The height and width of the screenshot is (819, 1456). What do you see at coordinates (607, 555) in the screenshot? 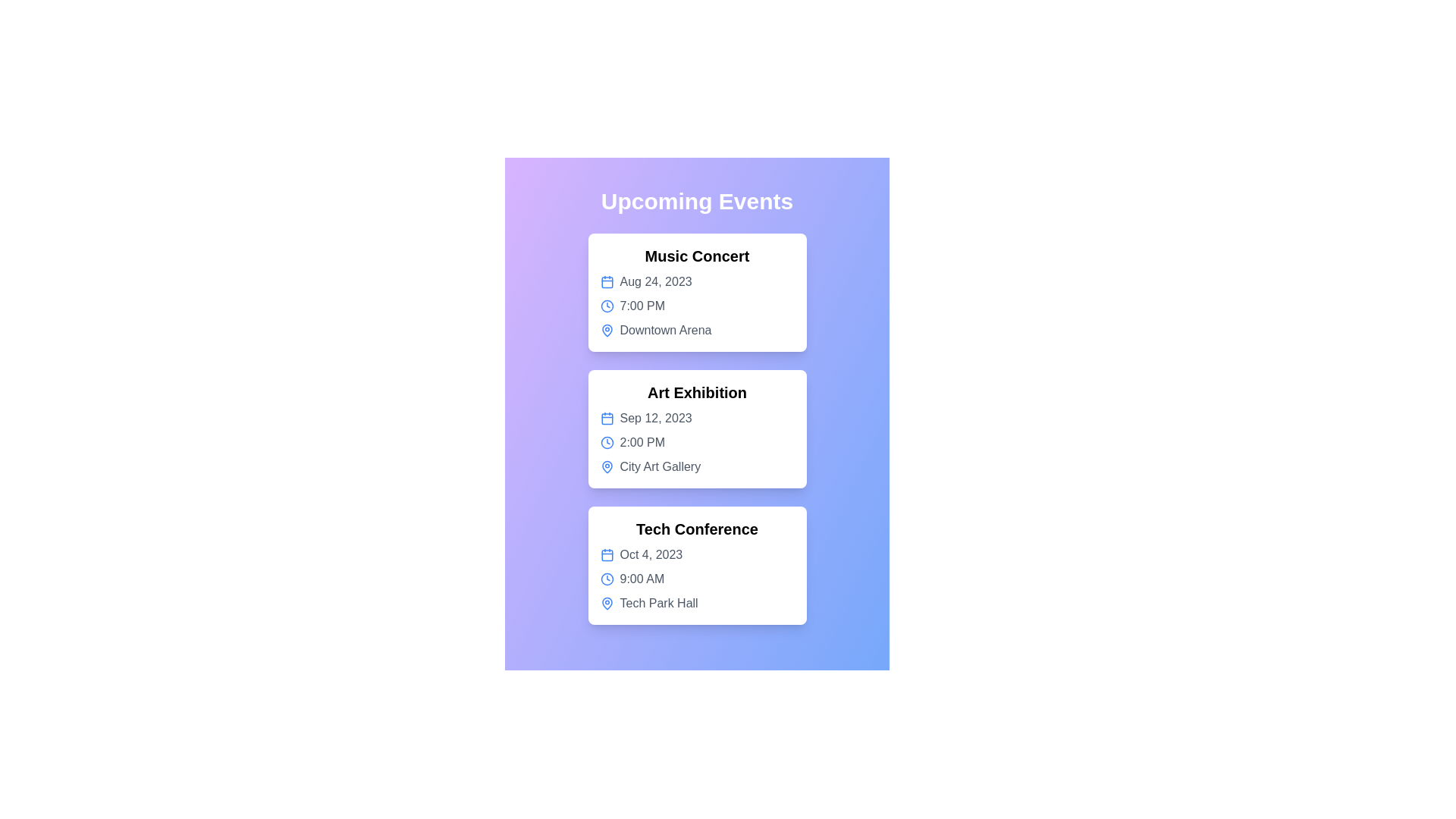
I see `the calendar icon located to the left of the text 'Oct 4, 2023', which serves as a visual representation for a date` at bounding box center [607, 555].